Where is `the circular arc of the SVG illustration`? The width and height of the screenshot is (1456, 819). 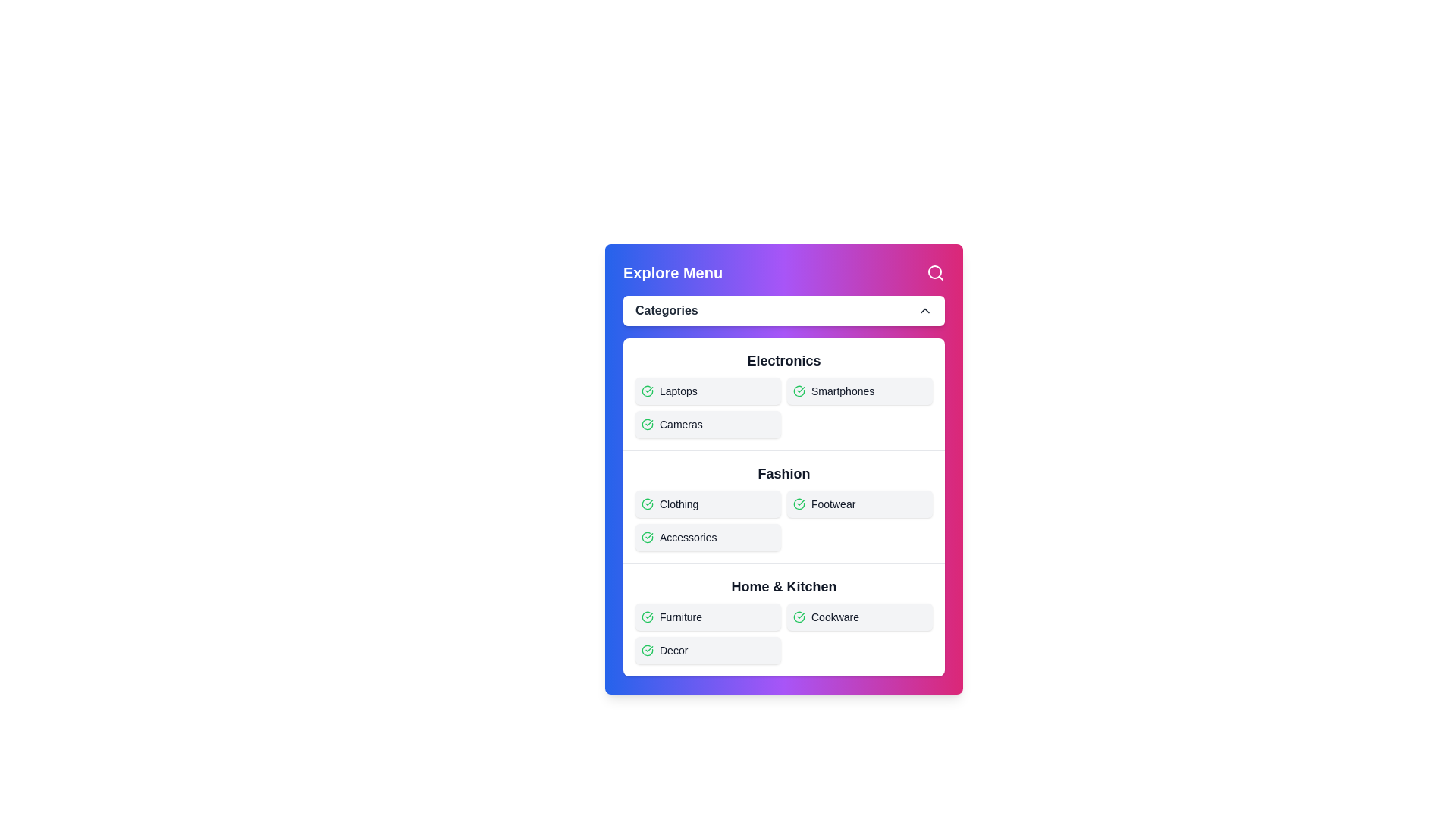
the circular arc of the SVG illustration is located at coordinates (648, 649).